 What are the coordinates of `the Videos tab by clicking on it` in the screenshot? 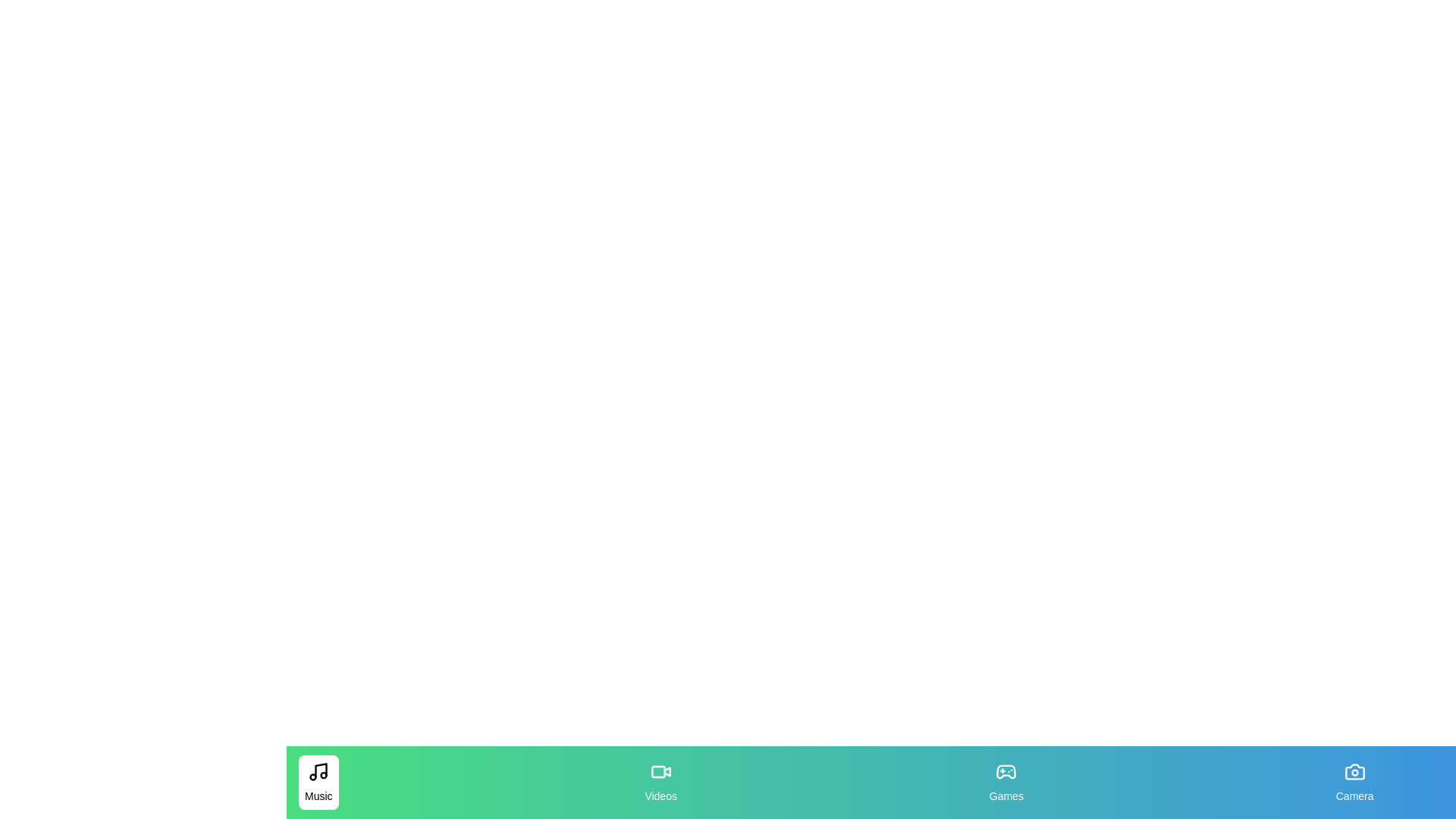 It's located at (660, 783).